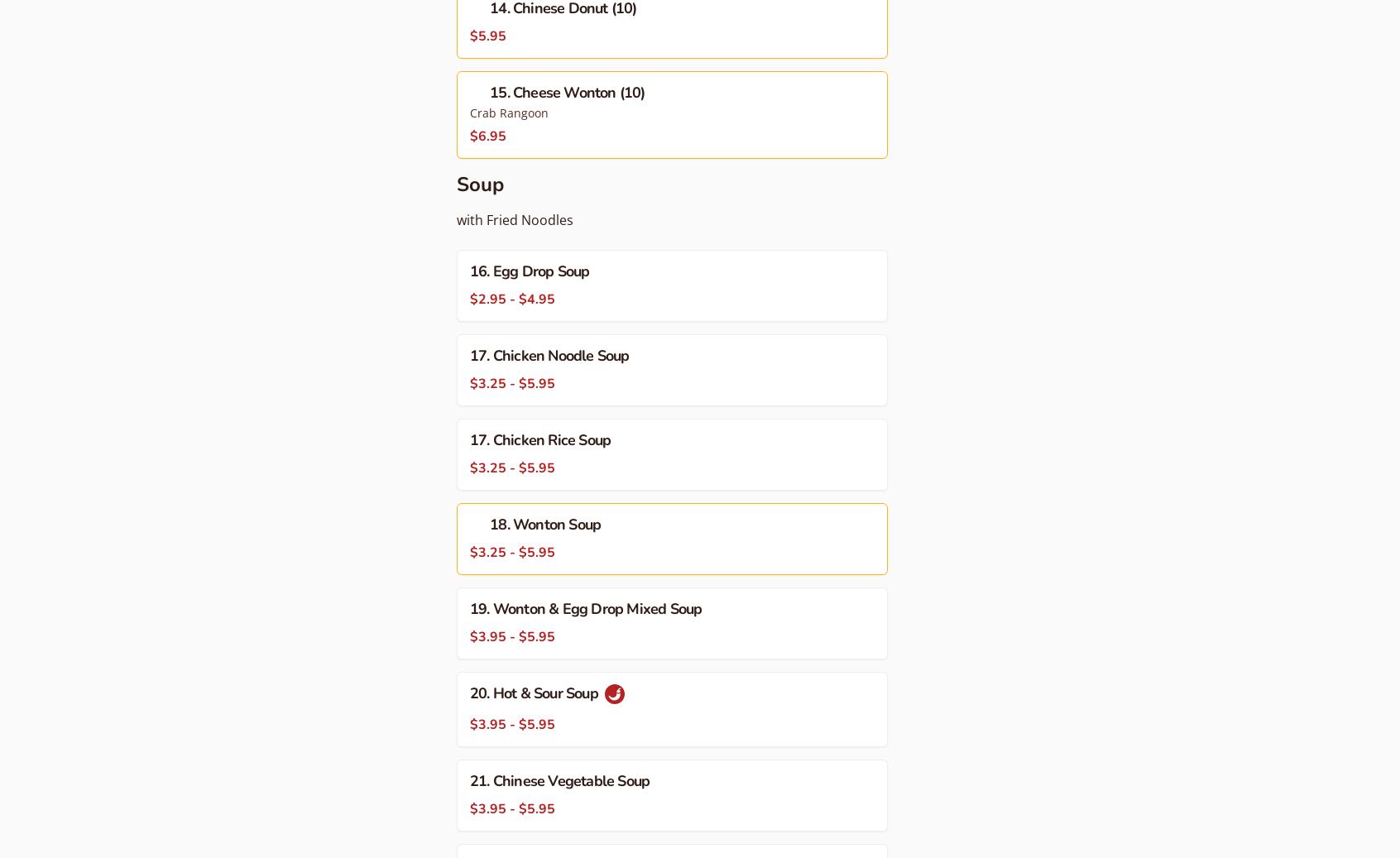  What do you see at coordinates (479, 183) in the screenshot?
I see `'Soup'` at bounding box center [479, 183].